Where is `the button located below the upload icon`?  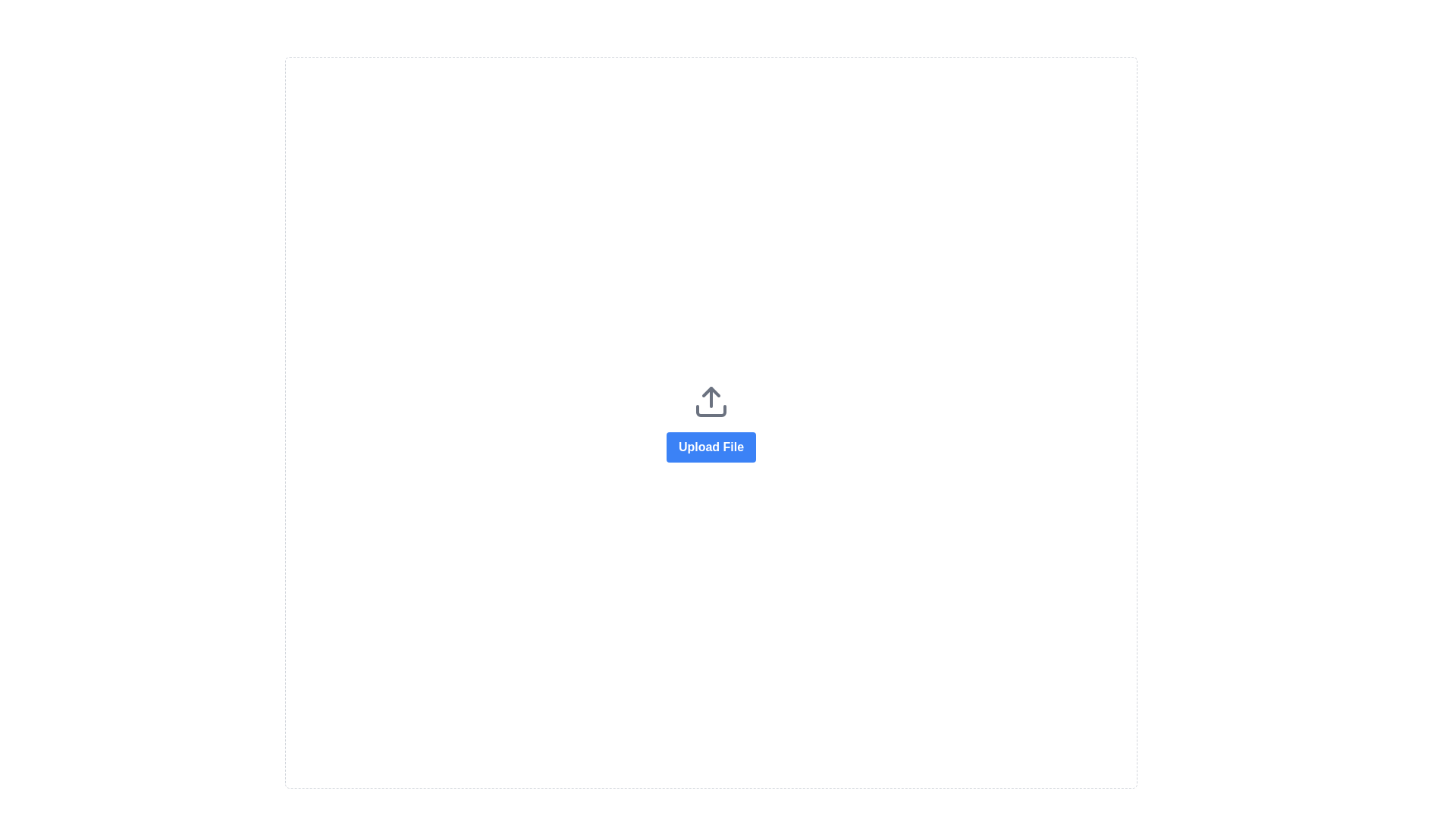 the button located below the upload icon is located at coordinates (710, 446).